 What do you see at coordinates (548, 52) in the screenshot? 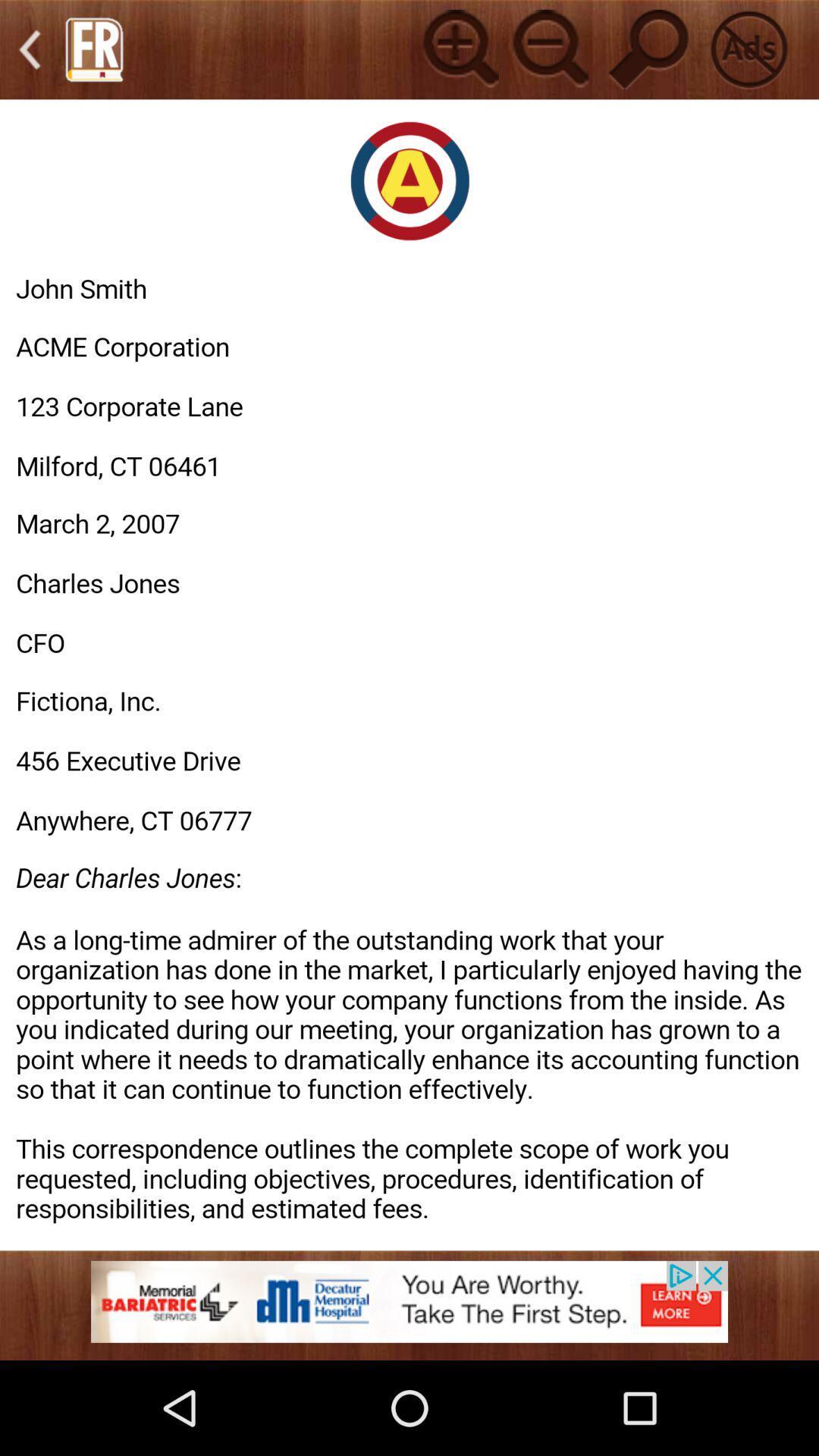
I see `the zoom_out icon` at bounding box center [548, 52].